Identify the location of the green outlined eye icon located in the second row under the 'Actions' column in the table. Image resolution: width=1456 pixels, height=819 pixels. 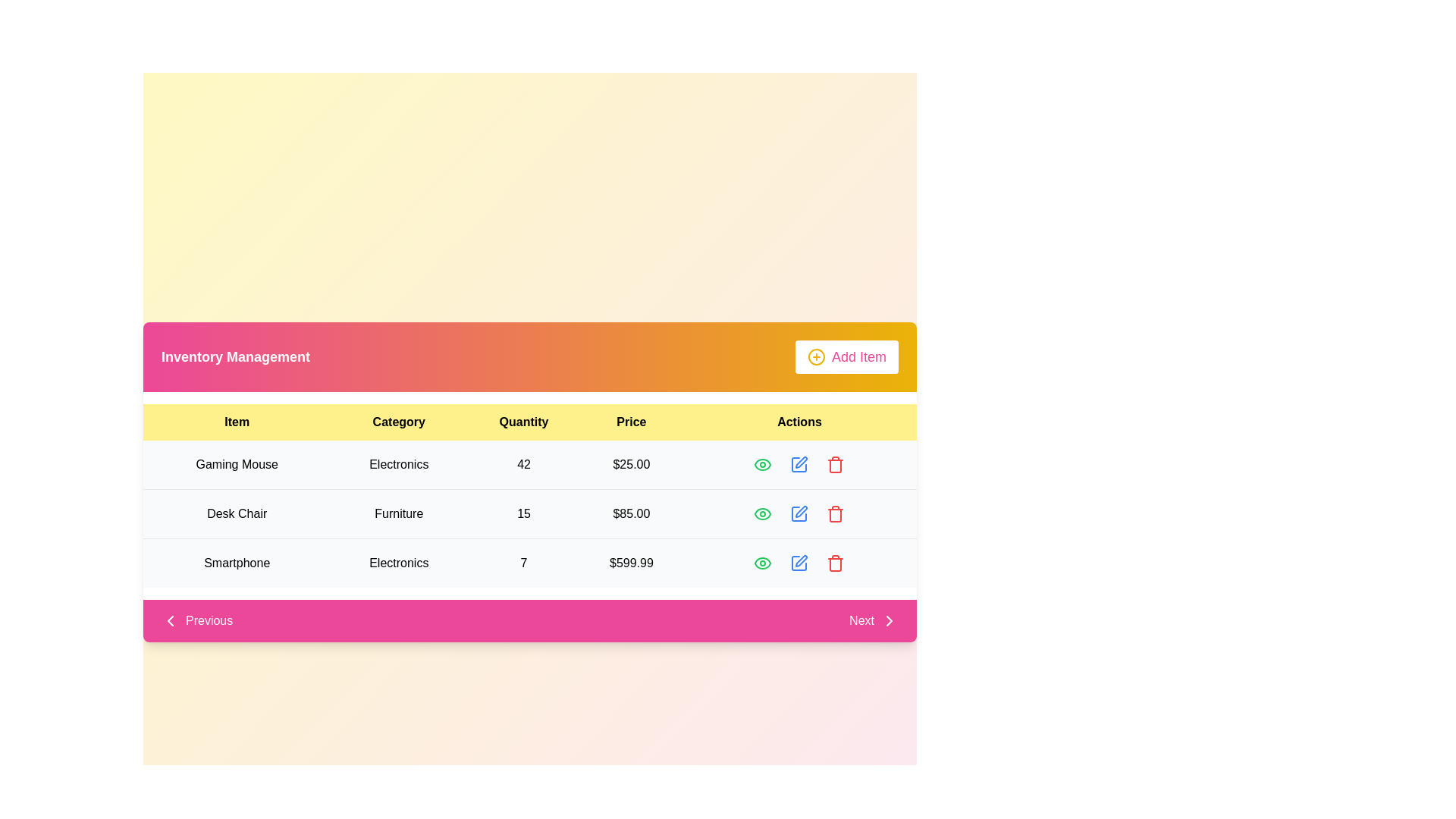
(763, 513).